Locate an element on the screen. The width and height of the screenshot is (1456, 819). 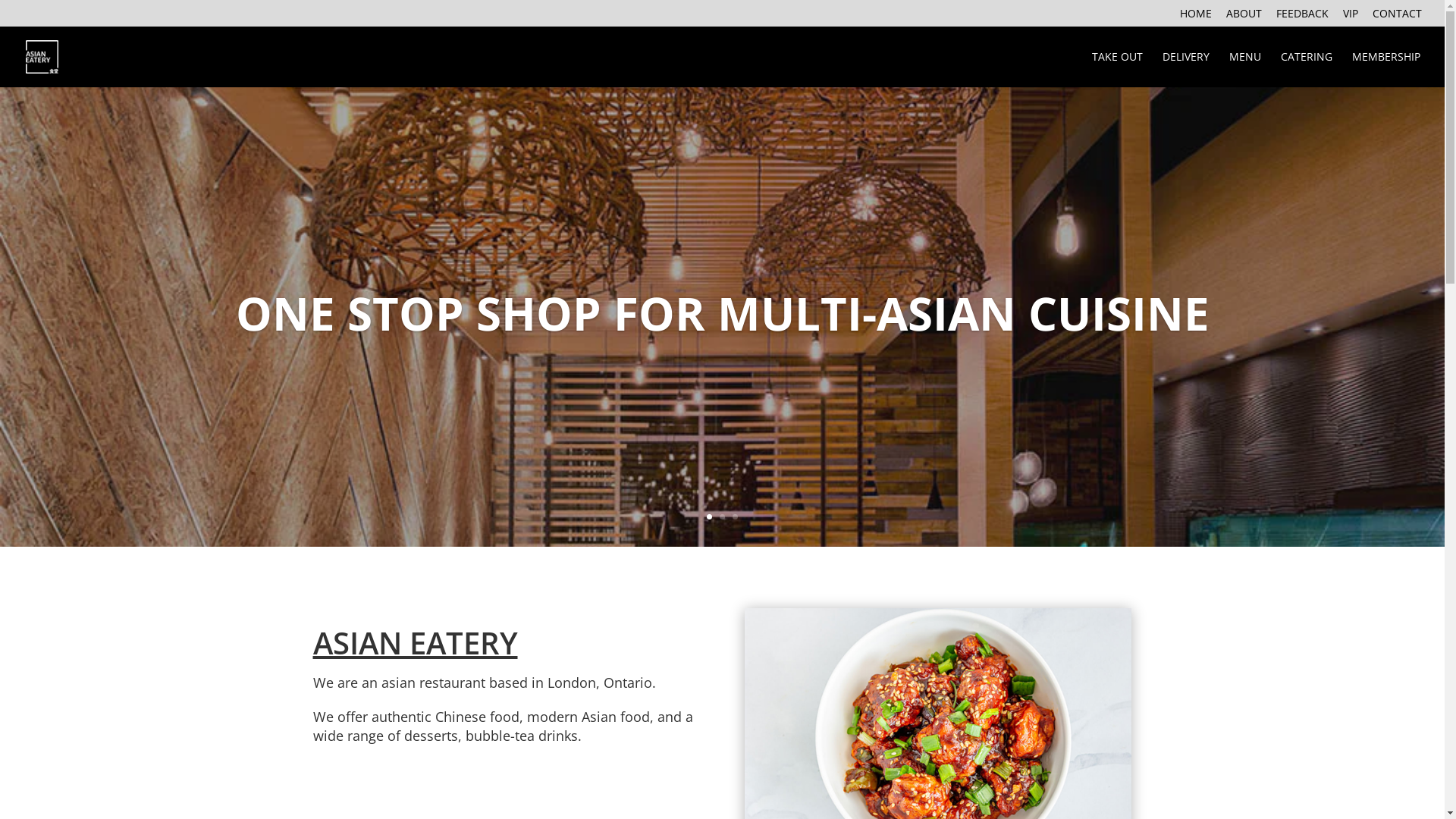
'3' is located at coordinates (735, 516).